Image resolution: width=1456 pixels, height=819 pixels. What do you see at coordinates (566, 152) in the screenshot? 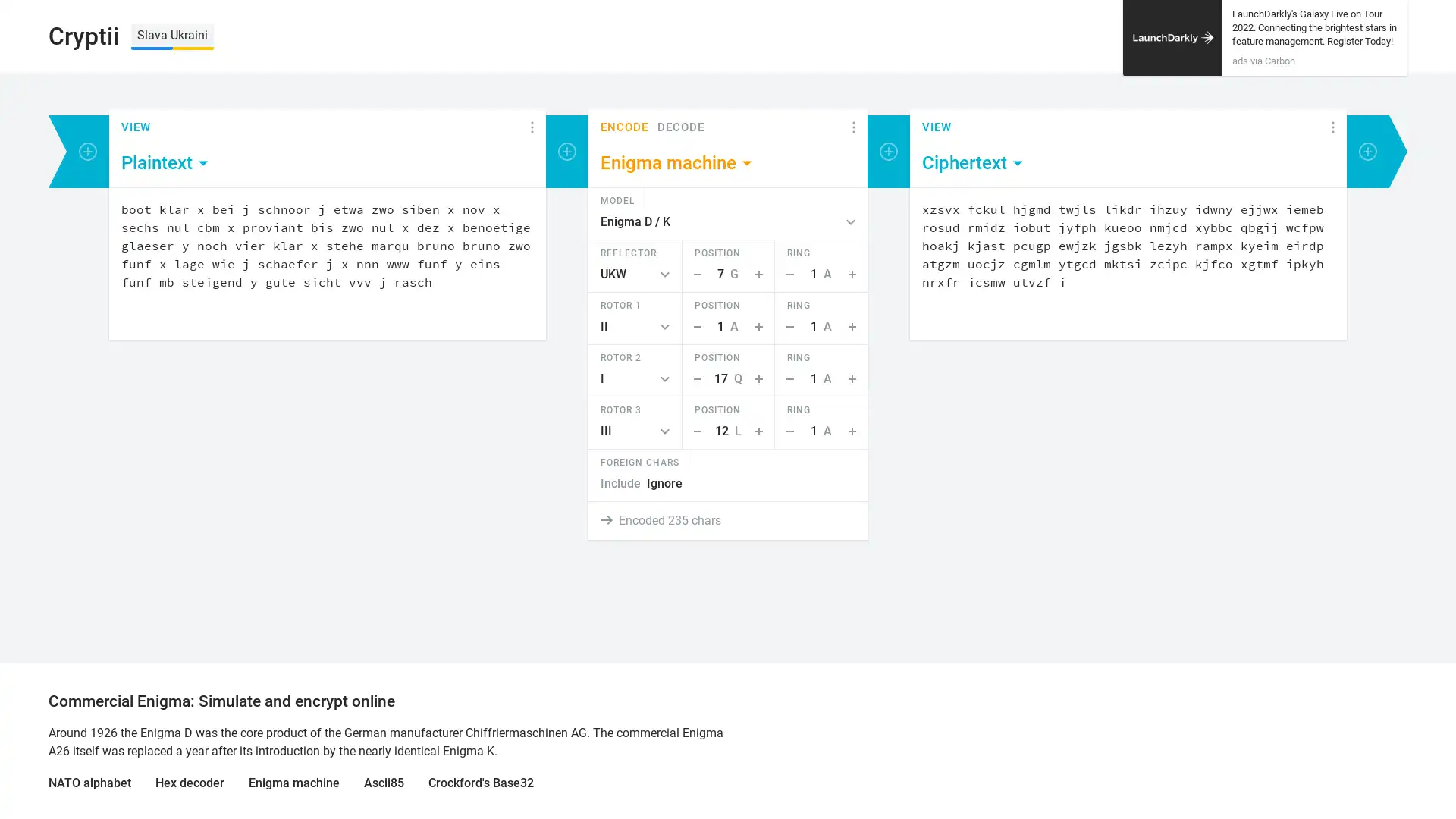
I see `Add encoder or viewer` at bounding box center [566, 152].